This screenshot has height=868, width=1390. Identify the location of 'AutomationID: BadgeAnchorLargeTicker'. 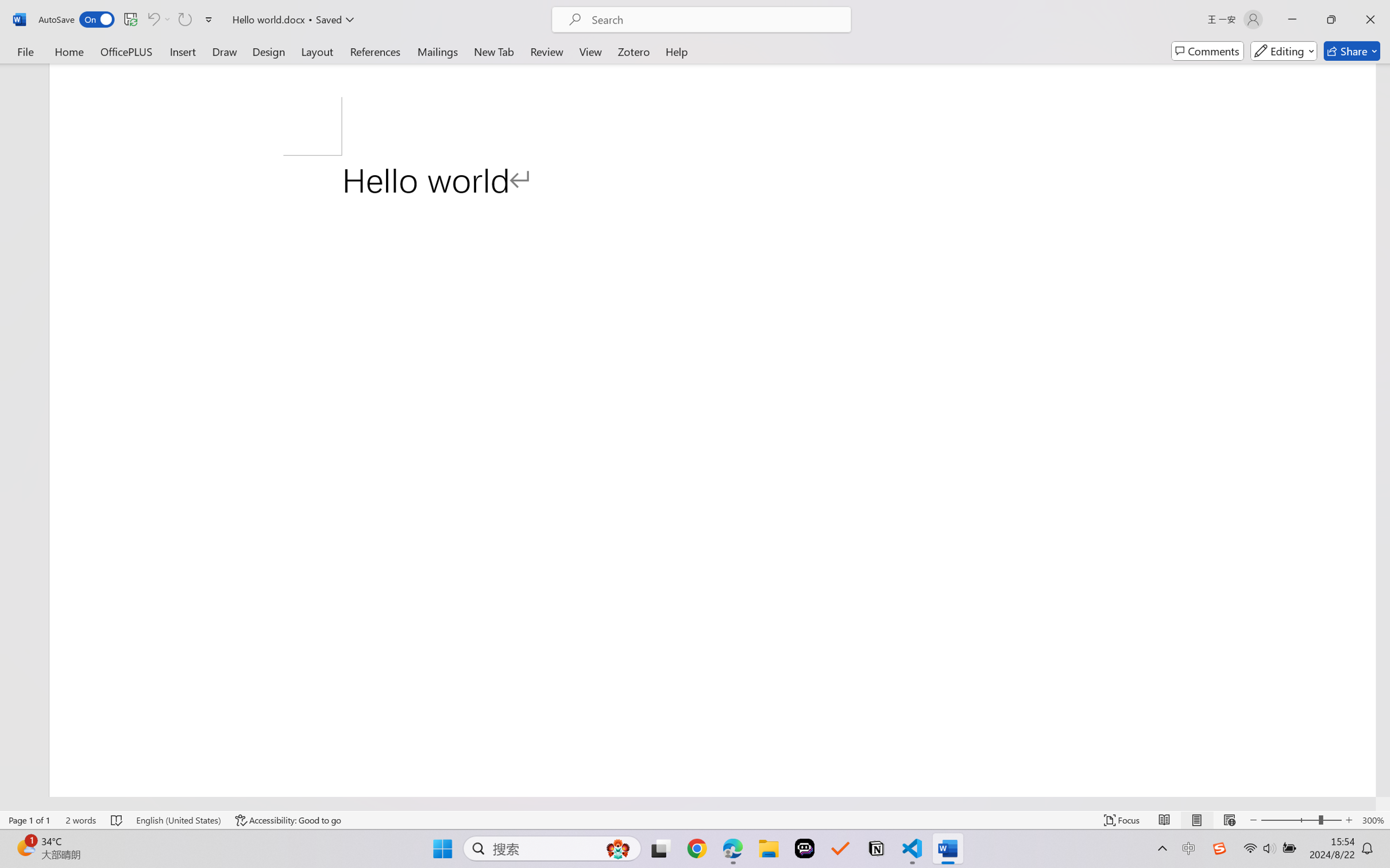
(25, 847).